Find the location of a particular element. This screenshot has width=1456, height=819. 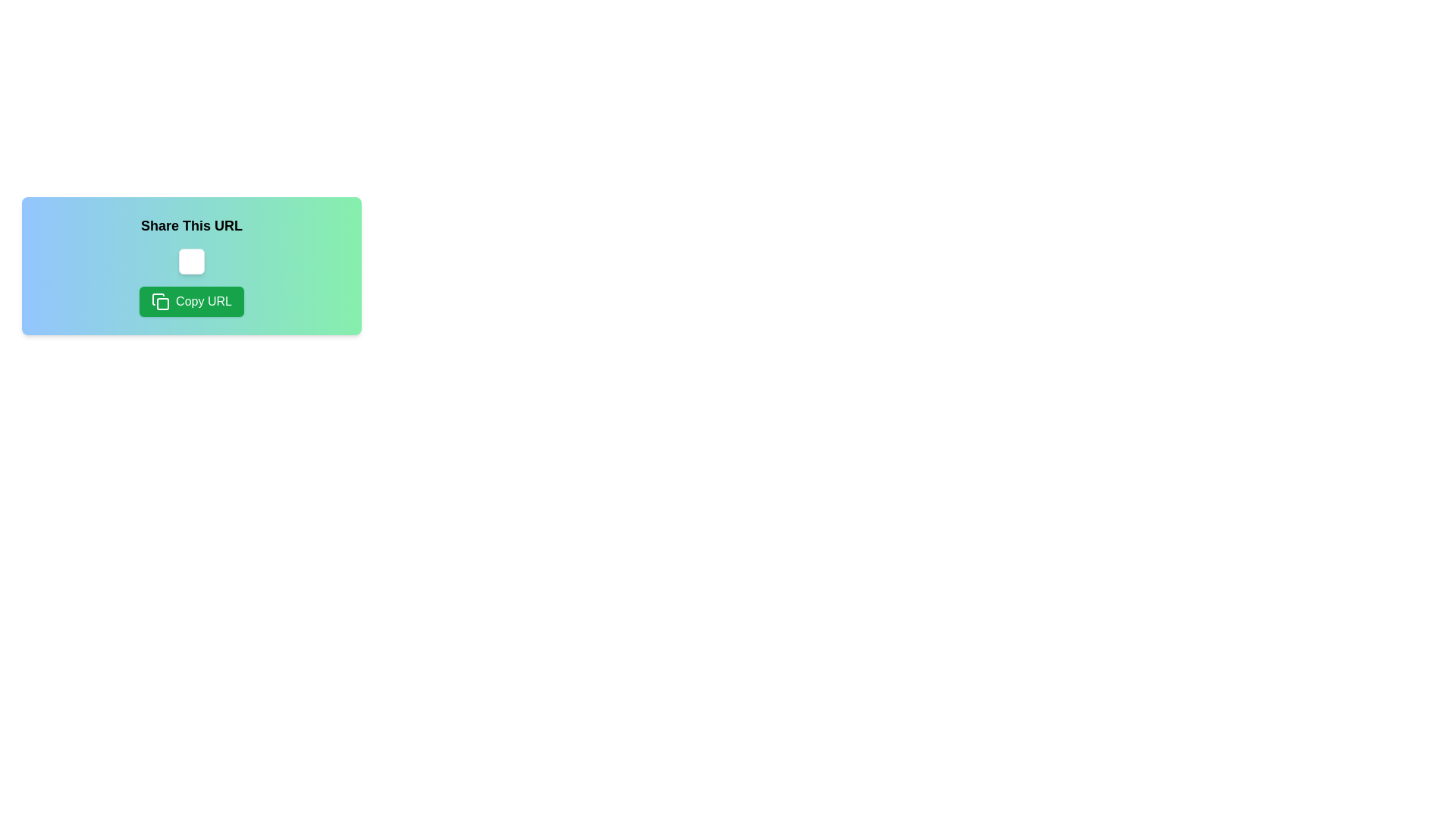

the icon resembling two overlapping rectangles, which is located within the green 'Copy URL' button is located at coordinates (161, 301).